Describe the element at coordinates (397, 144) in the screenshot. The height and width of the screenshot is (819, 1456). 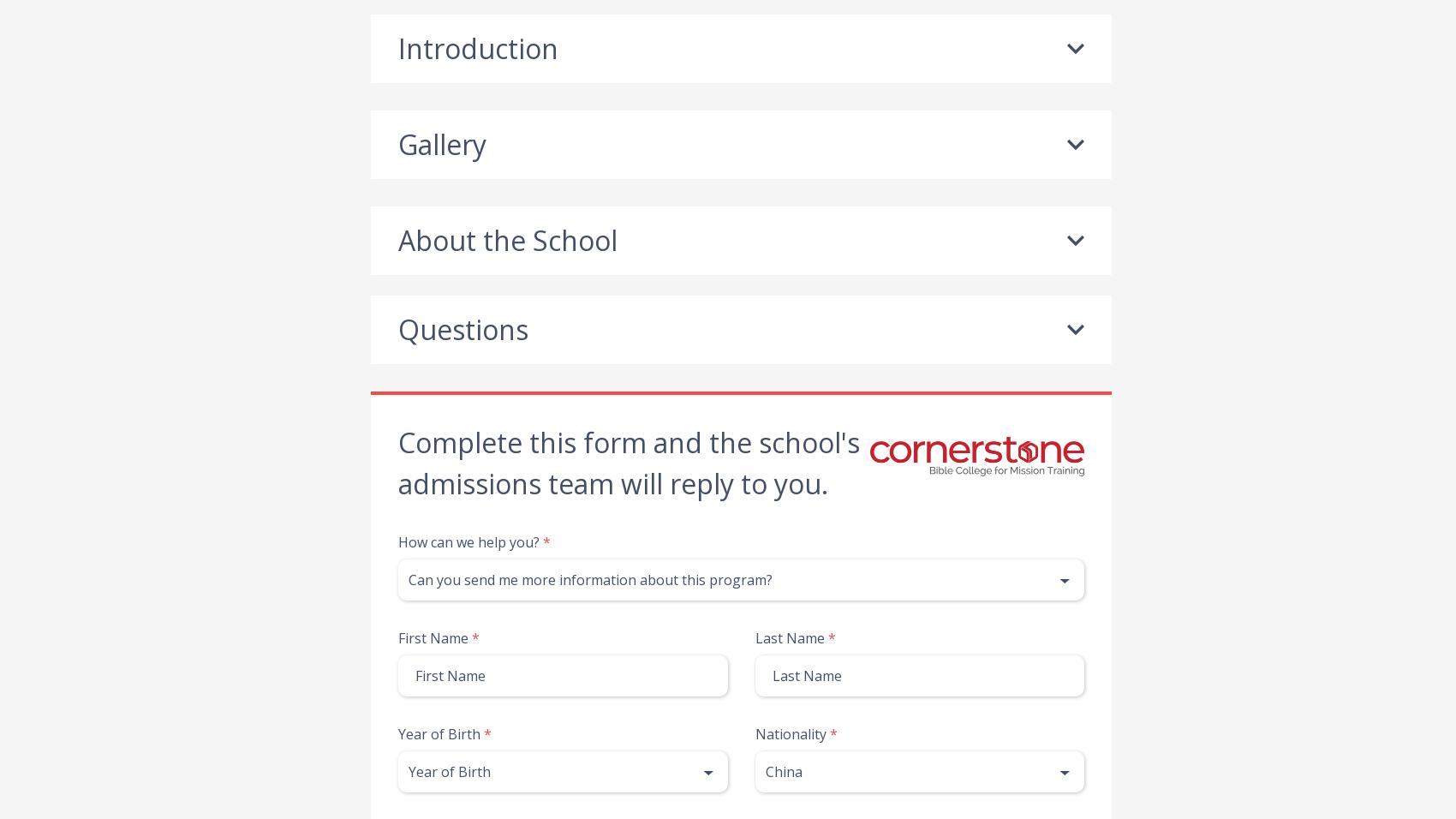
I see `'Gallery'` at that location.